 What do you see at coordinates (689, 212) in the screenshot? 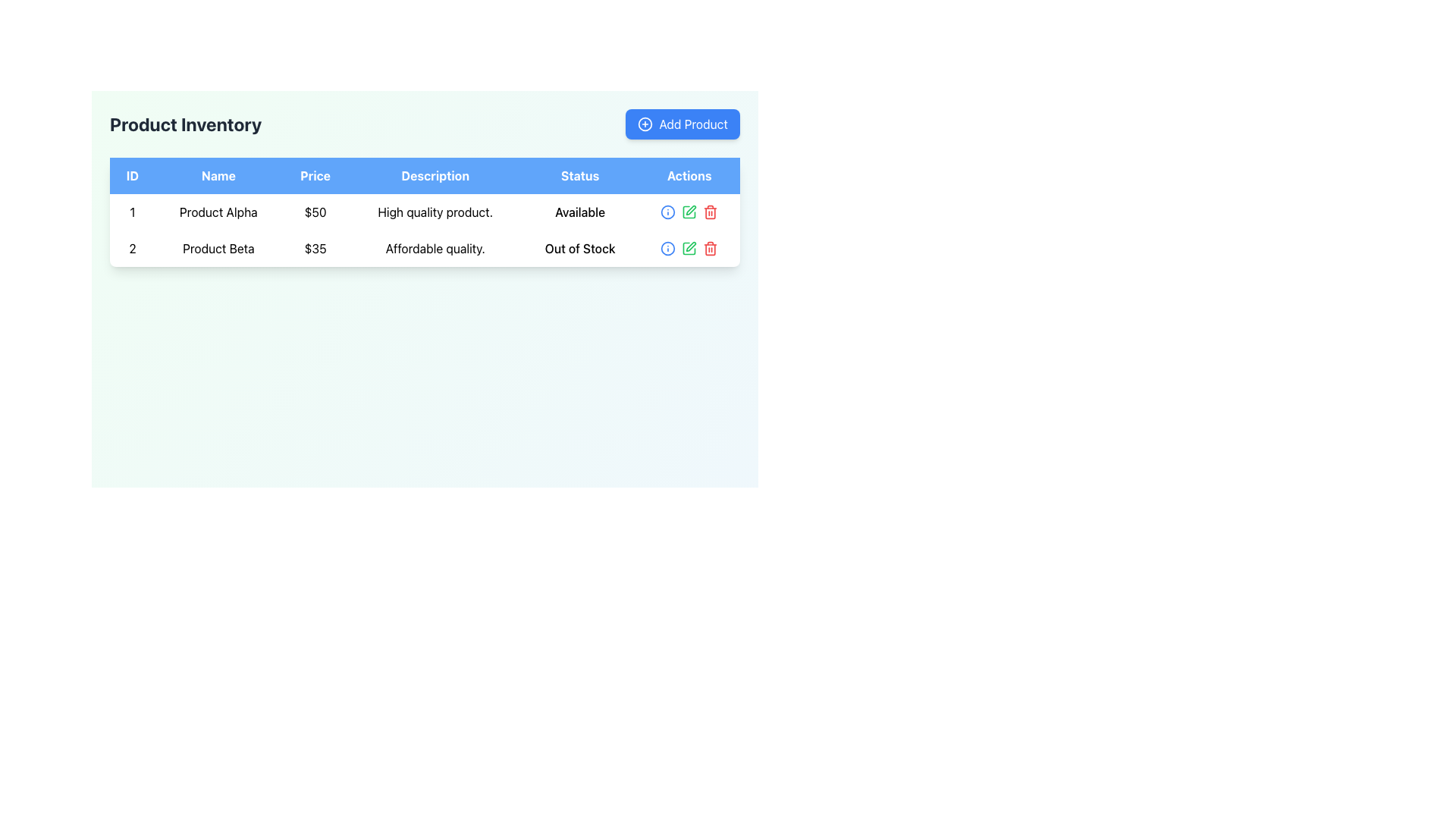
I see `the green icon button with a pen symbol in the Actions column of the second row` at bounding box center [689, 212].